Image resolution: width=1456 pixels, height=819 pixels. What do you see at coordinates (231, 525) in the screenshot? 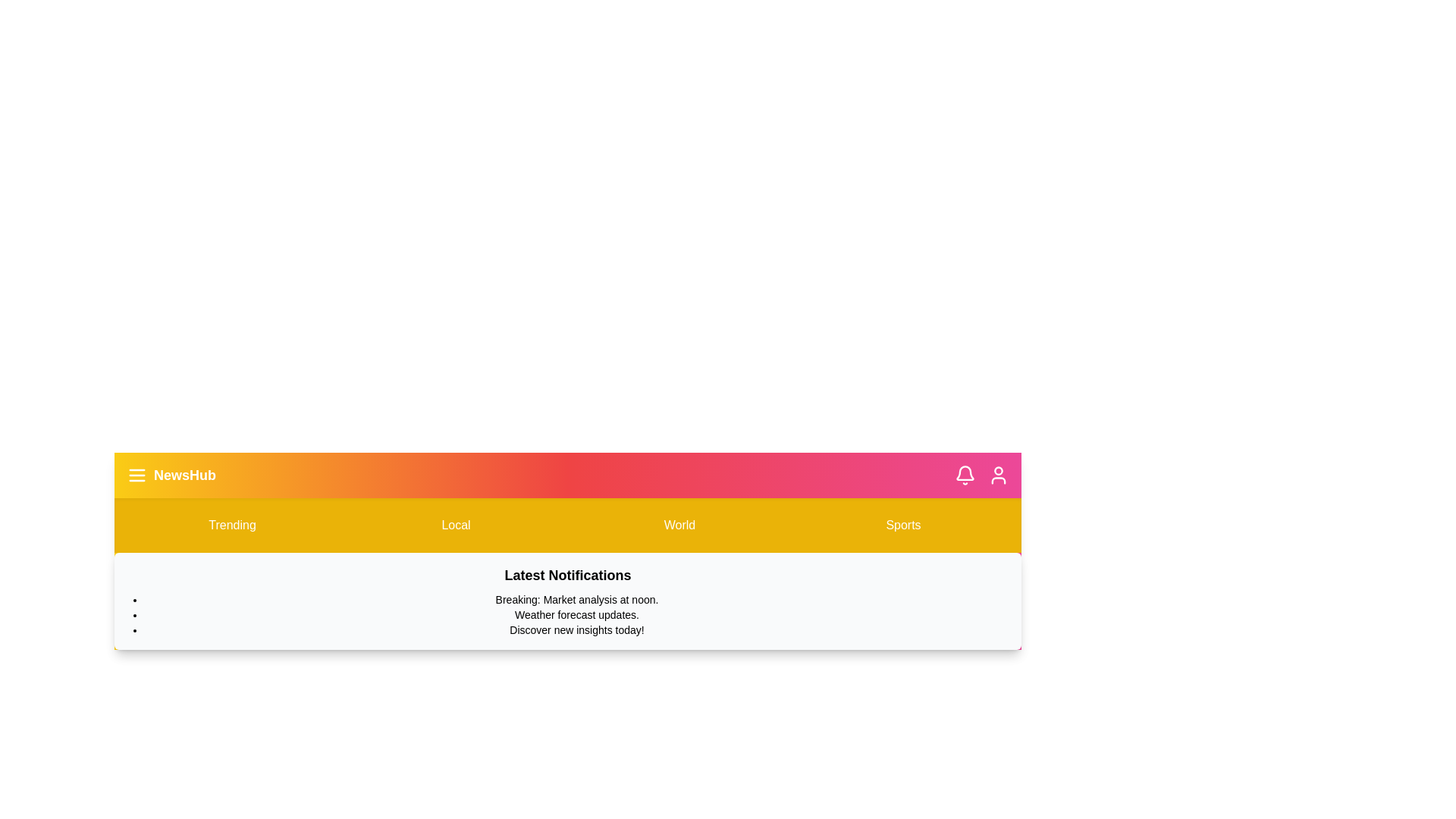
I see `the Trending button in the menu` at bounding box center [231, 525].